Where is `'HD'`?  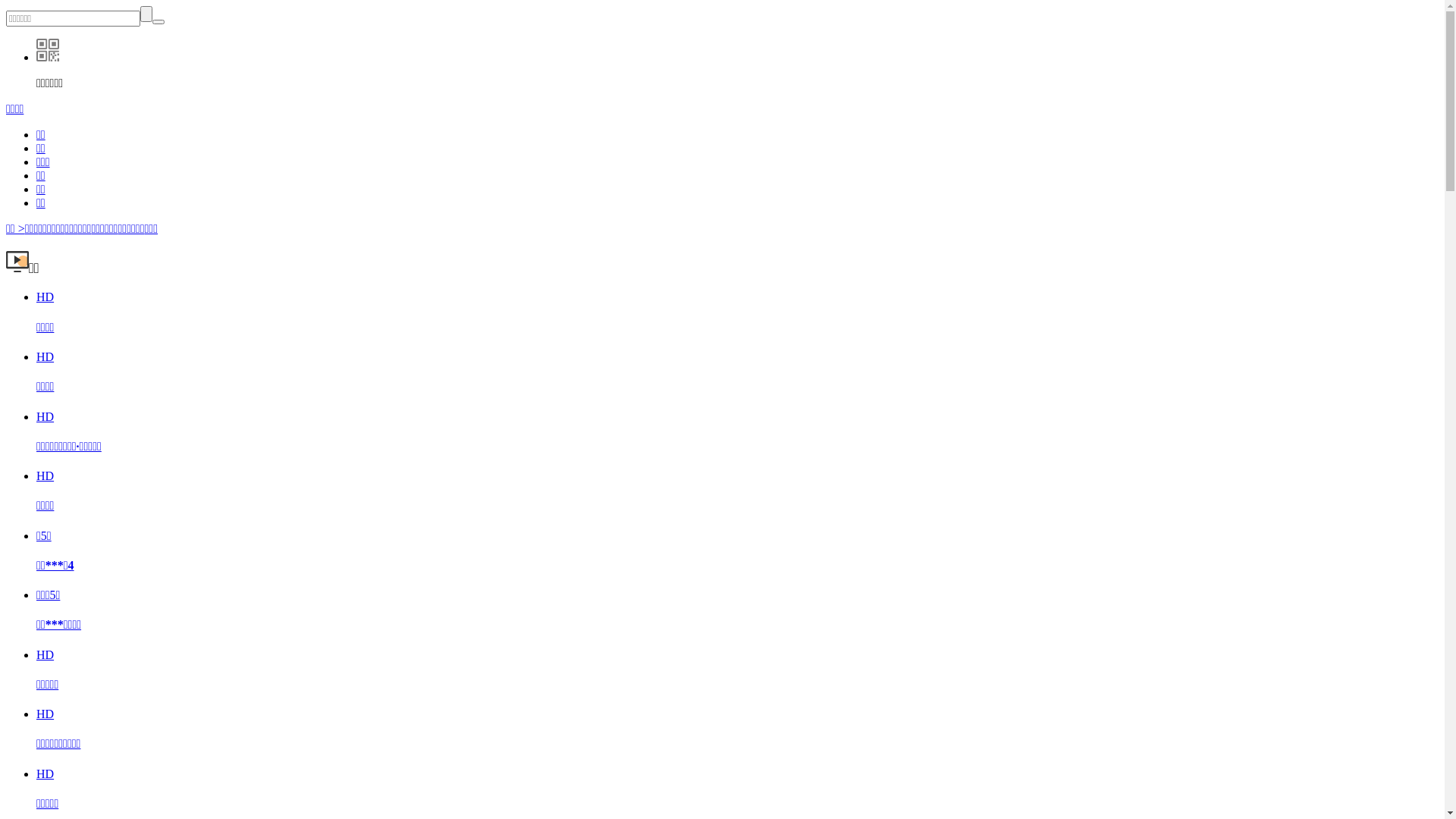
'HD' is located at coordinates (36, 297).